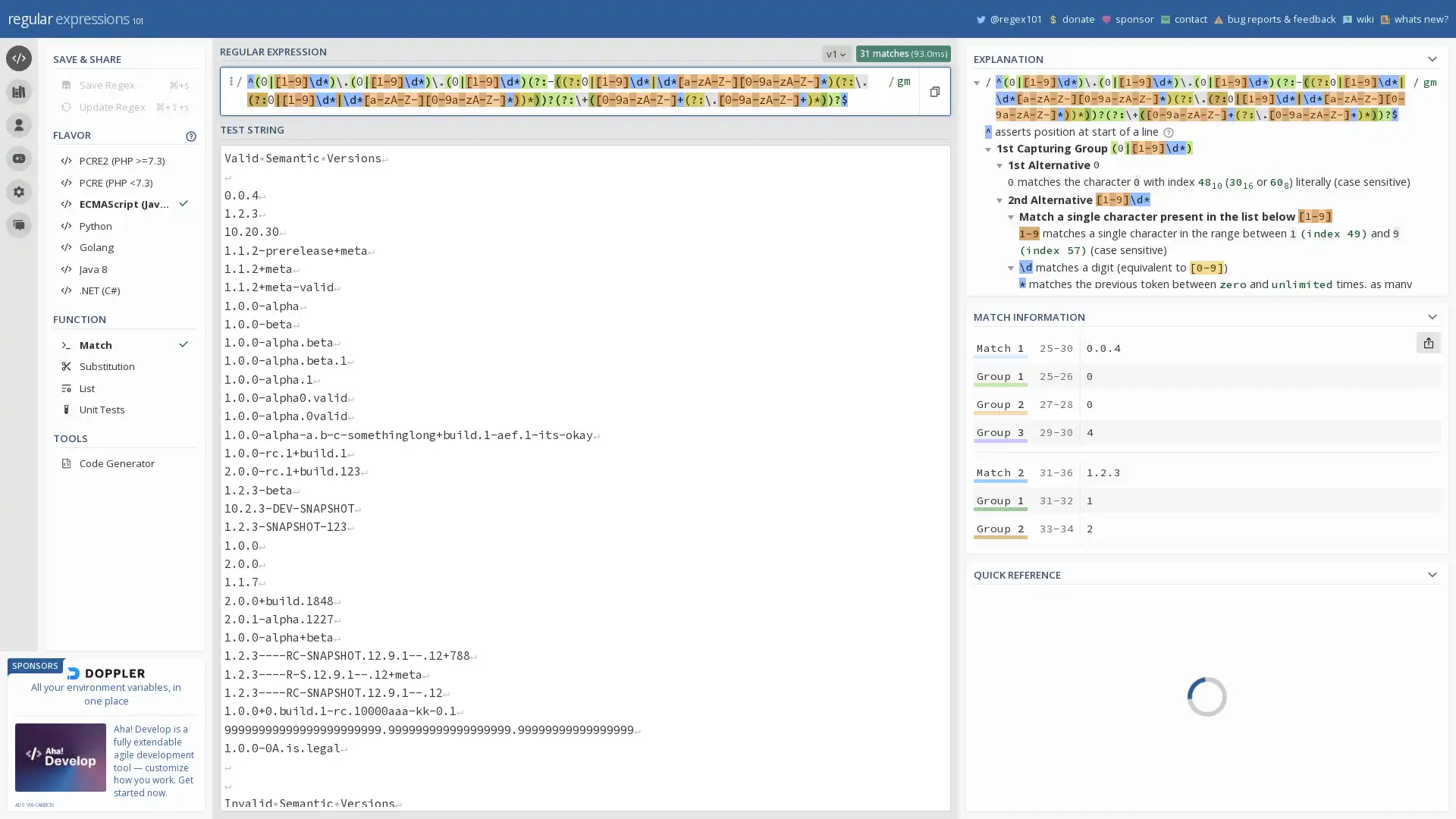 The height and width of the screenshot is (819, 1456). What do you see at coordinates (990, 336) in the screenshot?
I see `Collapse Subtree` at bounding box center [990, 336].